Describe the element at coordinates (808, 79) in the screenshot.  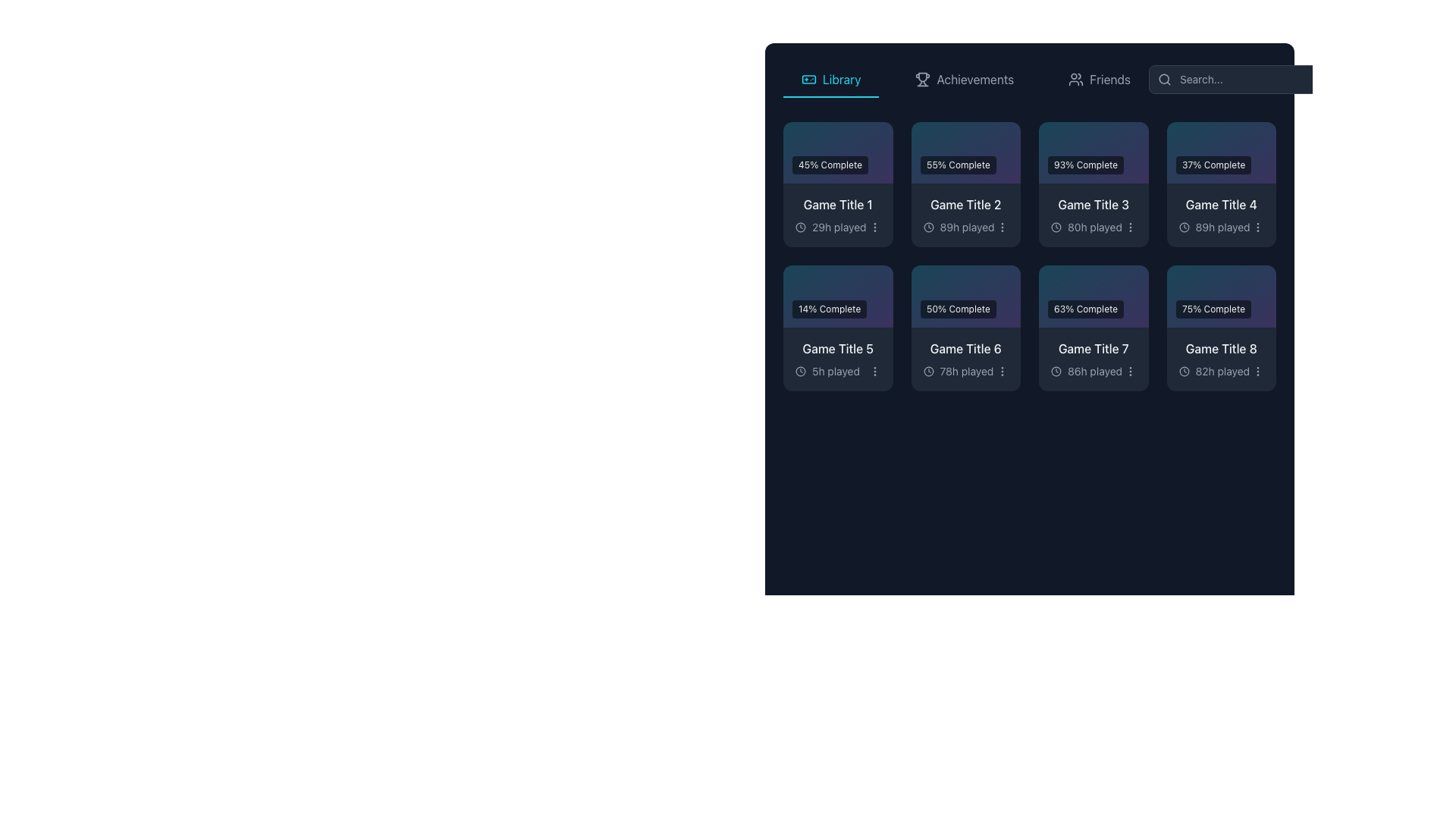
I see `the game controller icon that is positioned next to the 'Library' text in the navigation bar` at that location.